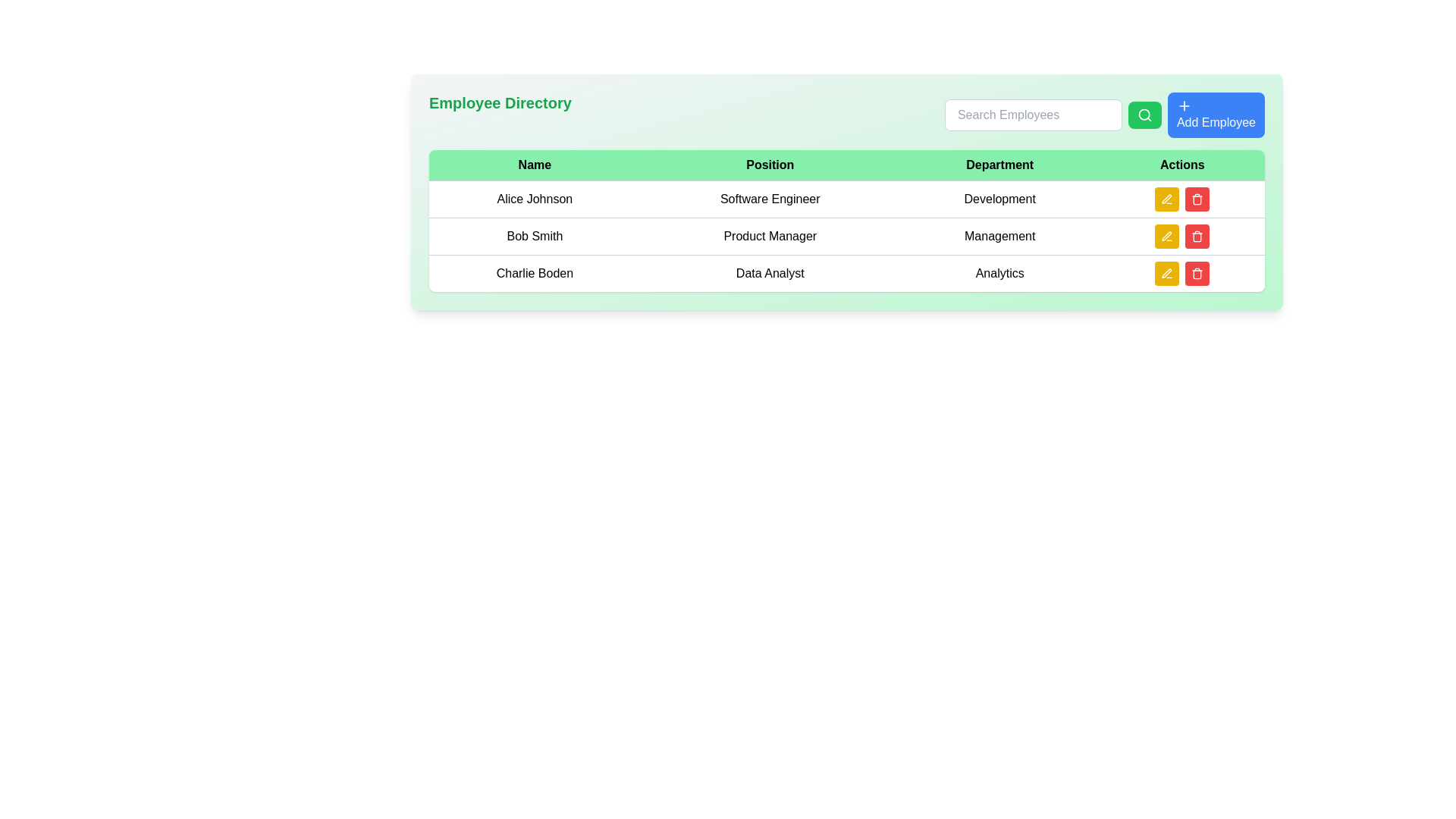  What do you see at coordinates (1144, 114) in the screenshot?
I see `the magnifying glass icon button with a green background, located between the search input bar and the blue 'Add Employee' button` at bounding box center [1144, 114].